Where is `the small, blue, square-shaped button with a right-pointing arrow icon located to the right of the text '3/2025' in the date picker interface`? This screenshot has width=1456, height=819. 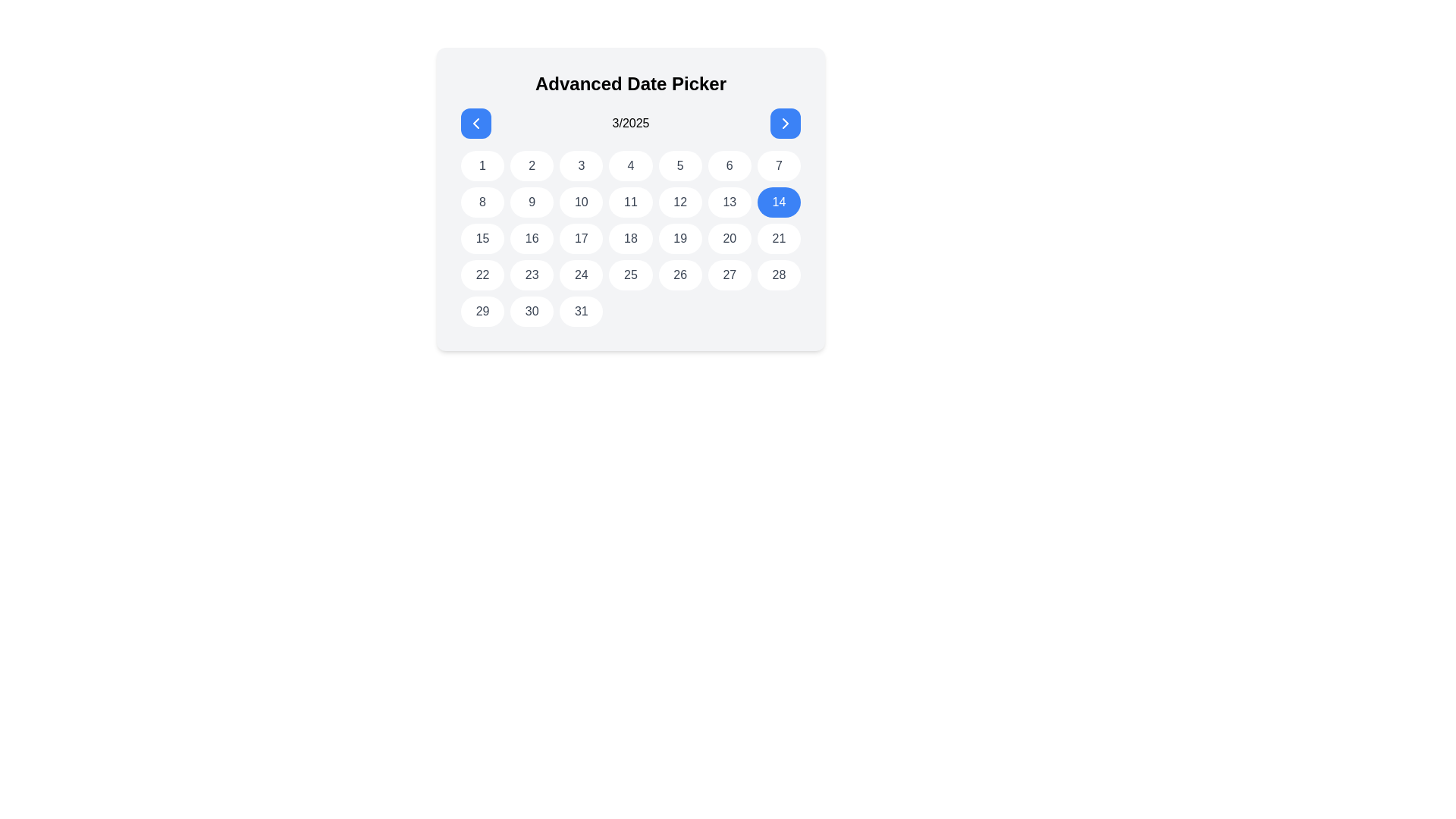
the small, blue, square-shaped button with a right-pointing arrow icon located to the right of the text '3/2025' in the date picker interface is located at coordinates (786, 122).